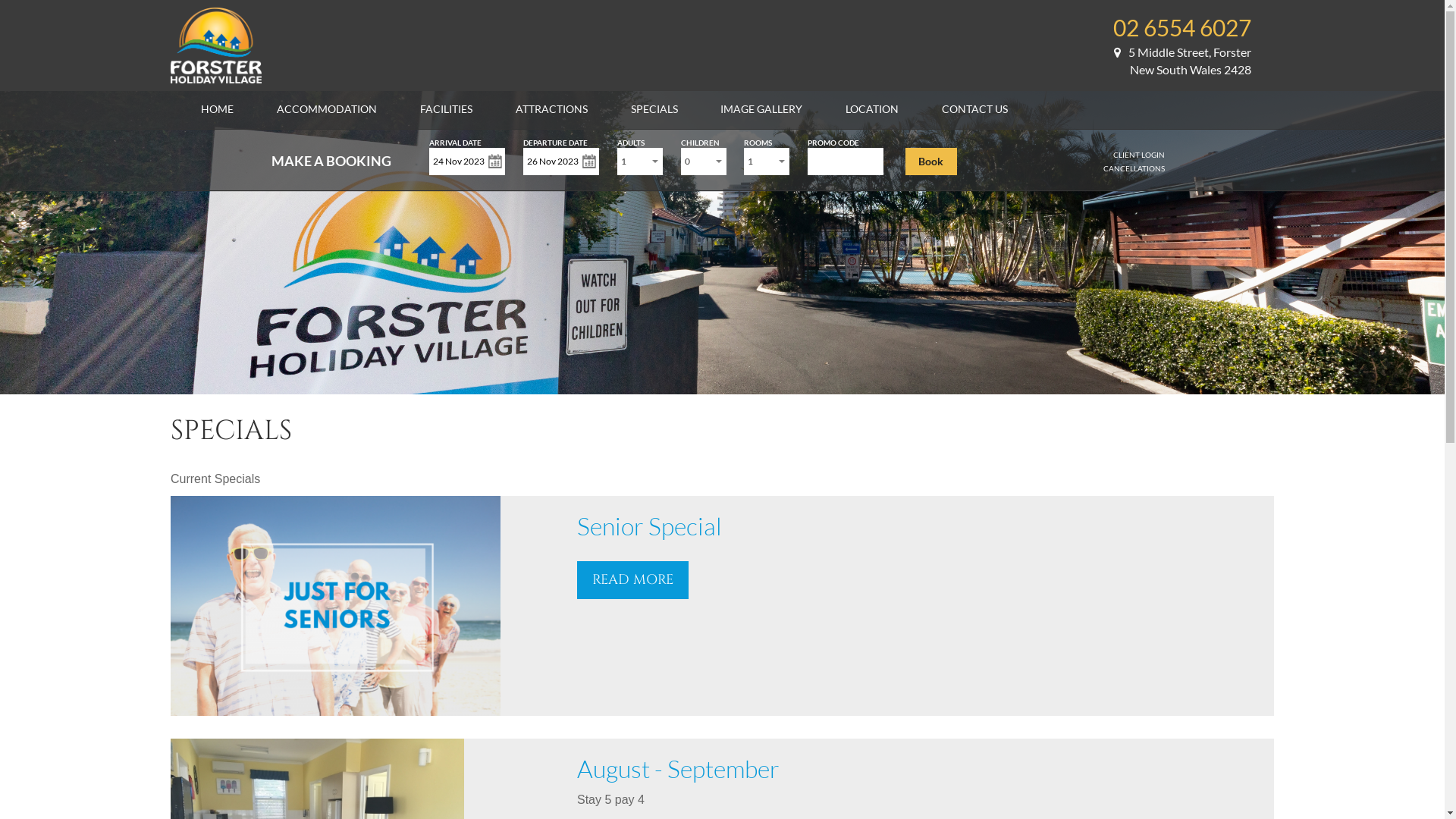 The width and height of the screenshot is (1456, 819). Describe the element at coordinates (516, 108) in the screenshot. I see `'ATTRACTIONS'` at that location.